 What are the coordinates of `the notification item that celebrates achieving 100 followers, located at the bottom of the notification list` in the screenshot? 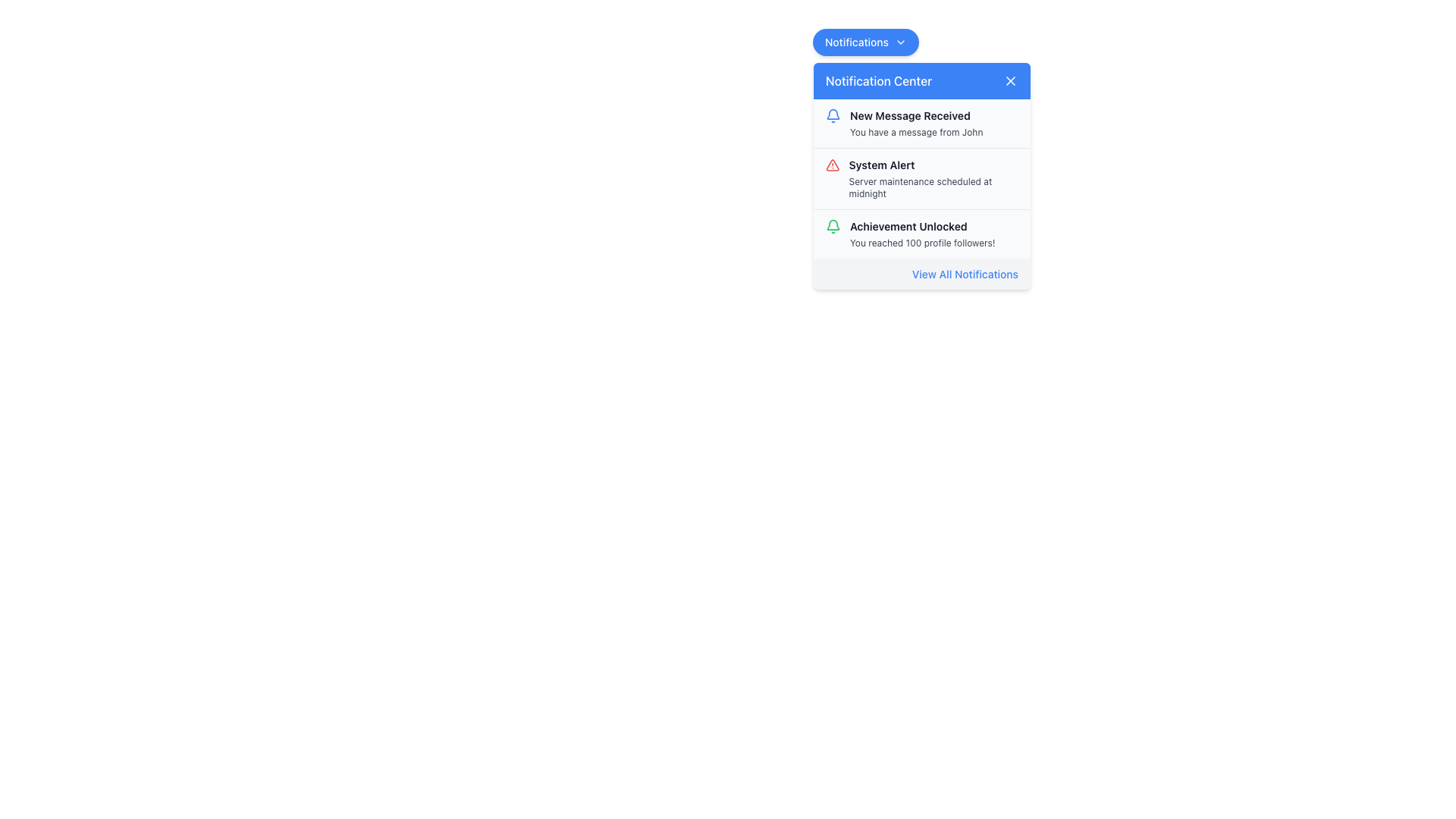 It's located at (921, 234).